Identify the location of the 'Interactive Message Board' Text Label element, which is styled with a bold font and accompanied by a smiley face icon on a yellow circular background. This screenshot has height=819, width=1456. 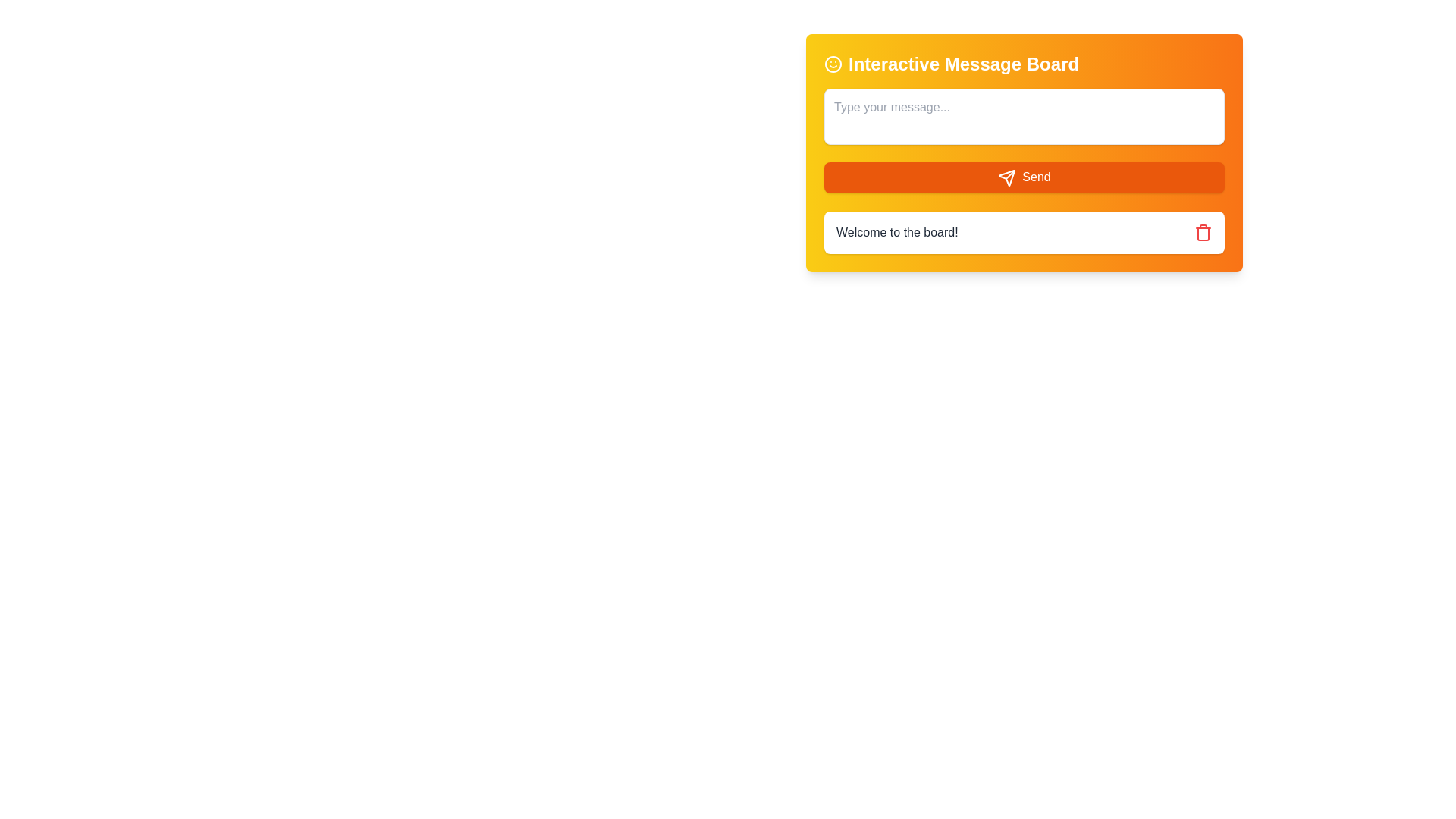
(1024, 63).